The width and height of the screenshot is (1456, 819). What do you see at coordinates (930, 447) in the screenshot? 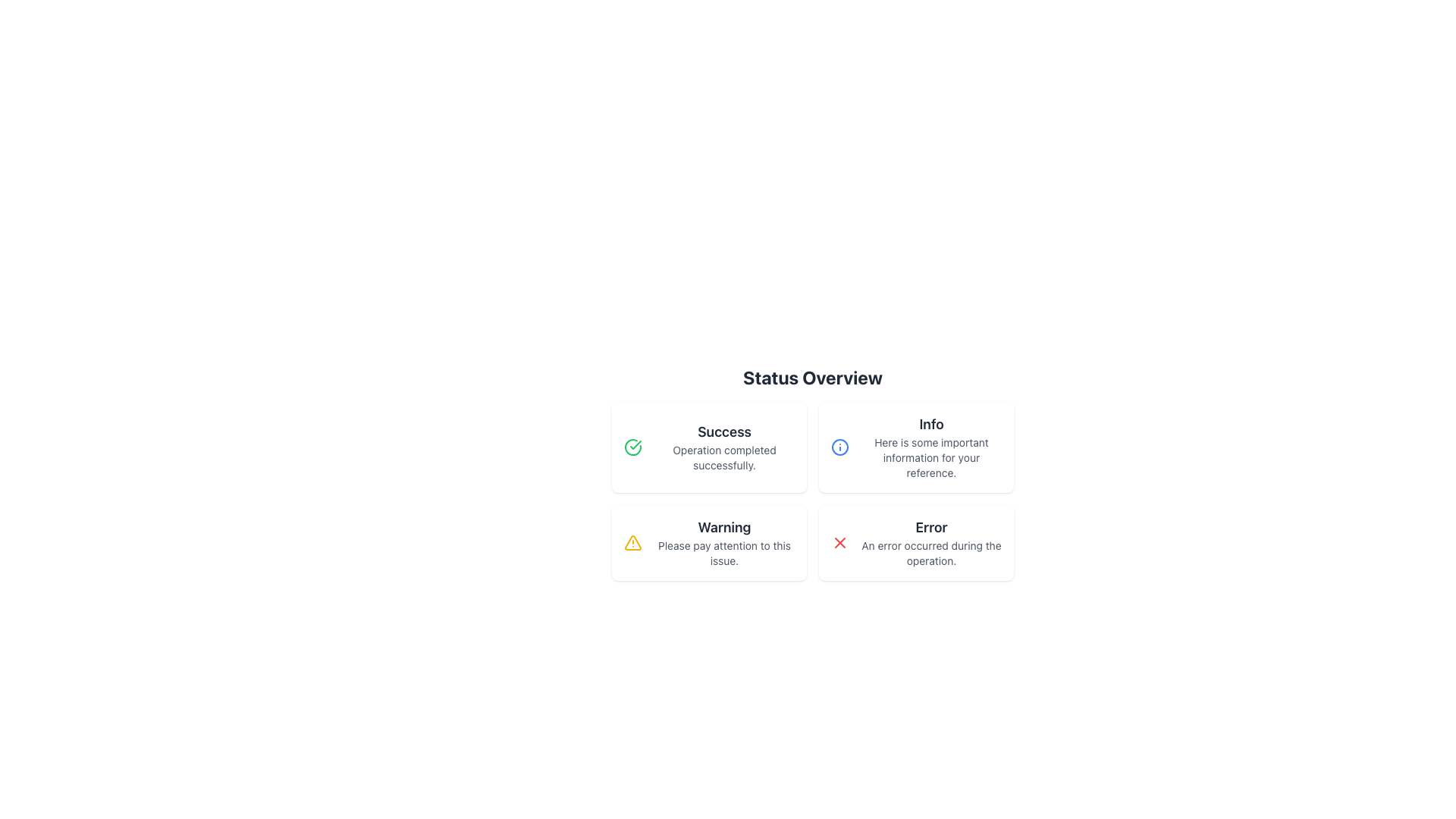
I see `information displayed on the Informational Card located in the upper-right quadrant of the 'Status Overview' section, to the right of the 'Success' box` at bounding box center [930, 447].